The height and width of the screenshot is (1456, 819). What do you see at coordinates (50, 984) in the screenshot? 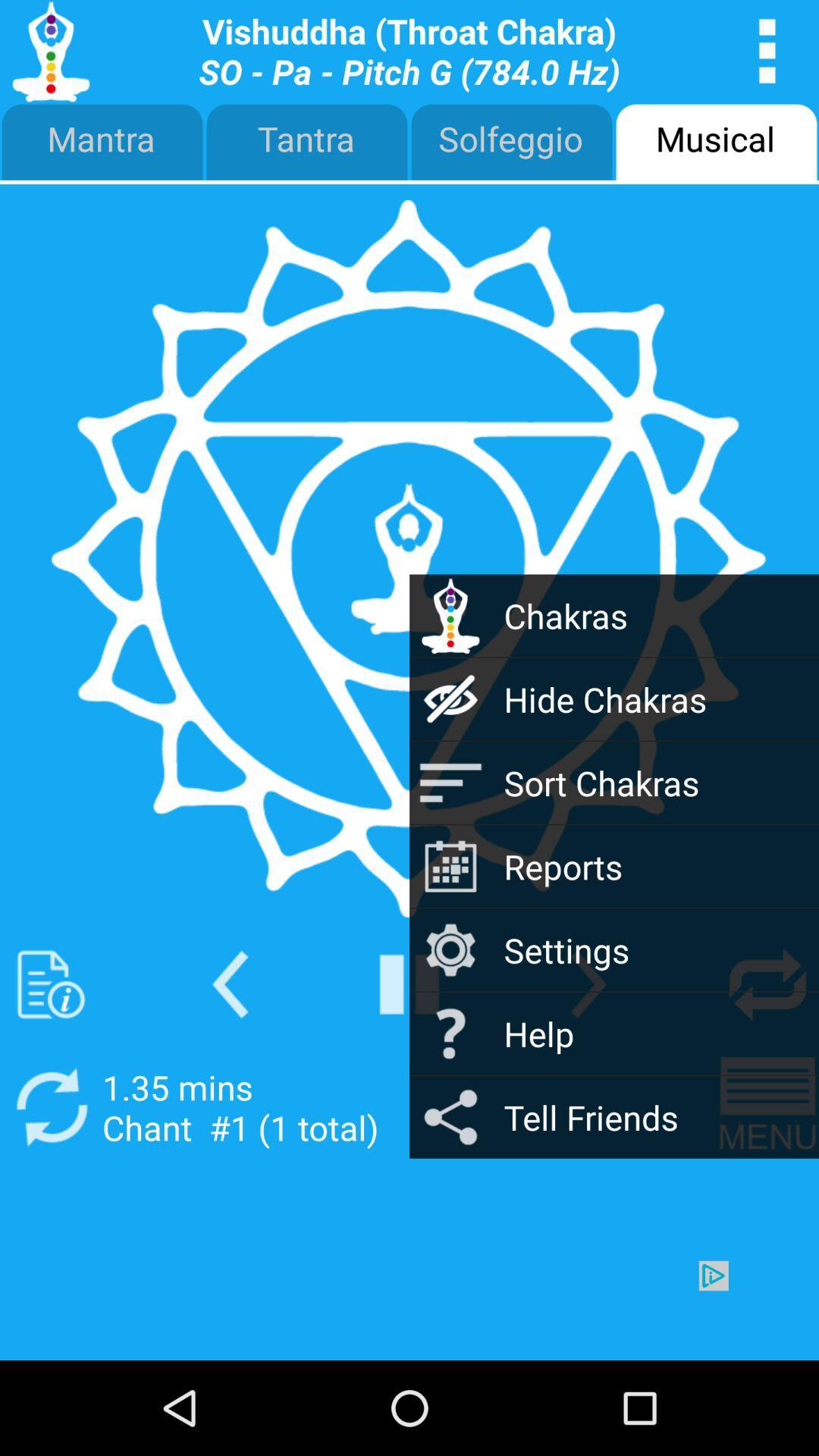
I see `notes` at bounding box center [50, 984].